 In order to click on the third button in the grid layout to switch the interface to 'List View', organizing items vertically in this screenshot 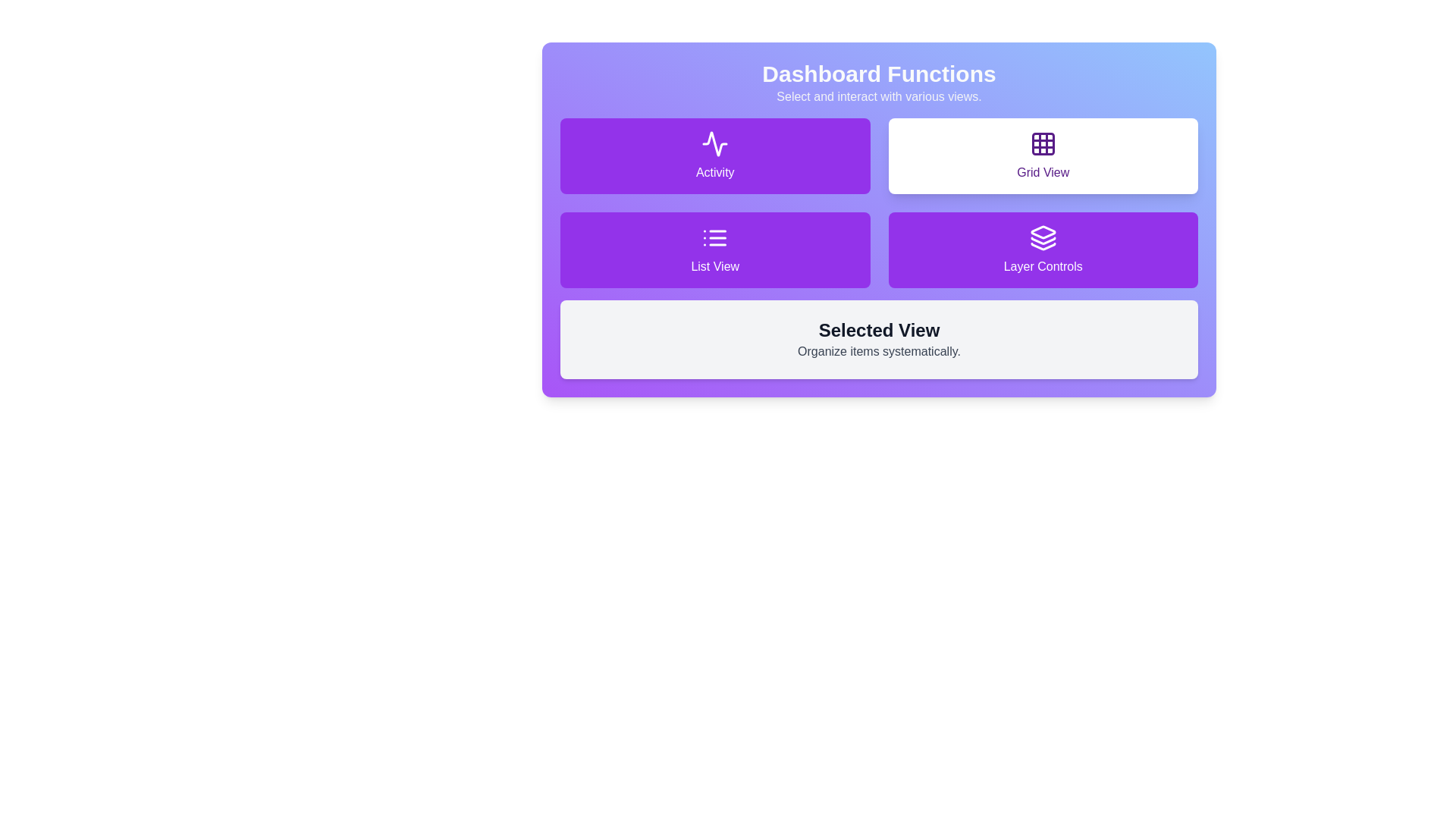, I will do `click(714, 249)`.